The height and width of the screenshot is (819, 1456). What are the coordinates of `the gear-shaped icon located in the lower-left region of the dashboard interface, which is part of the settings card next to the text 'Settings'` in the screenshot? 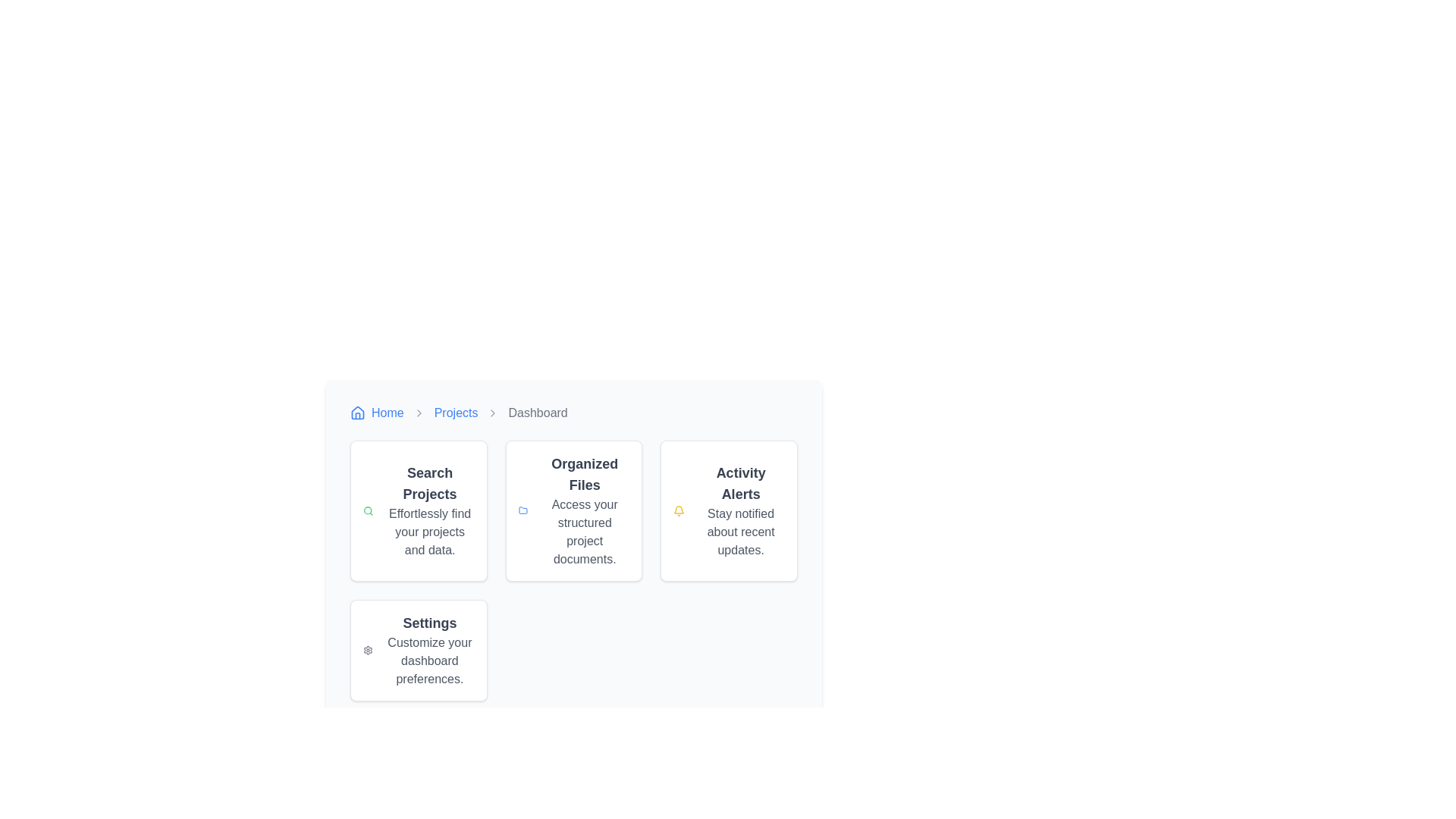 It's located at (368, 649).